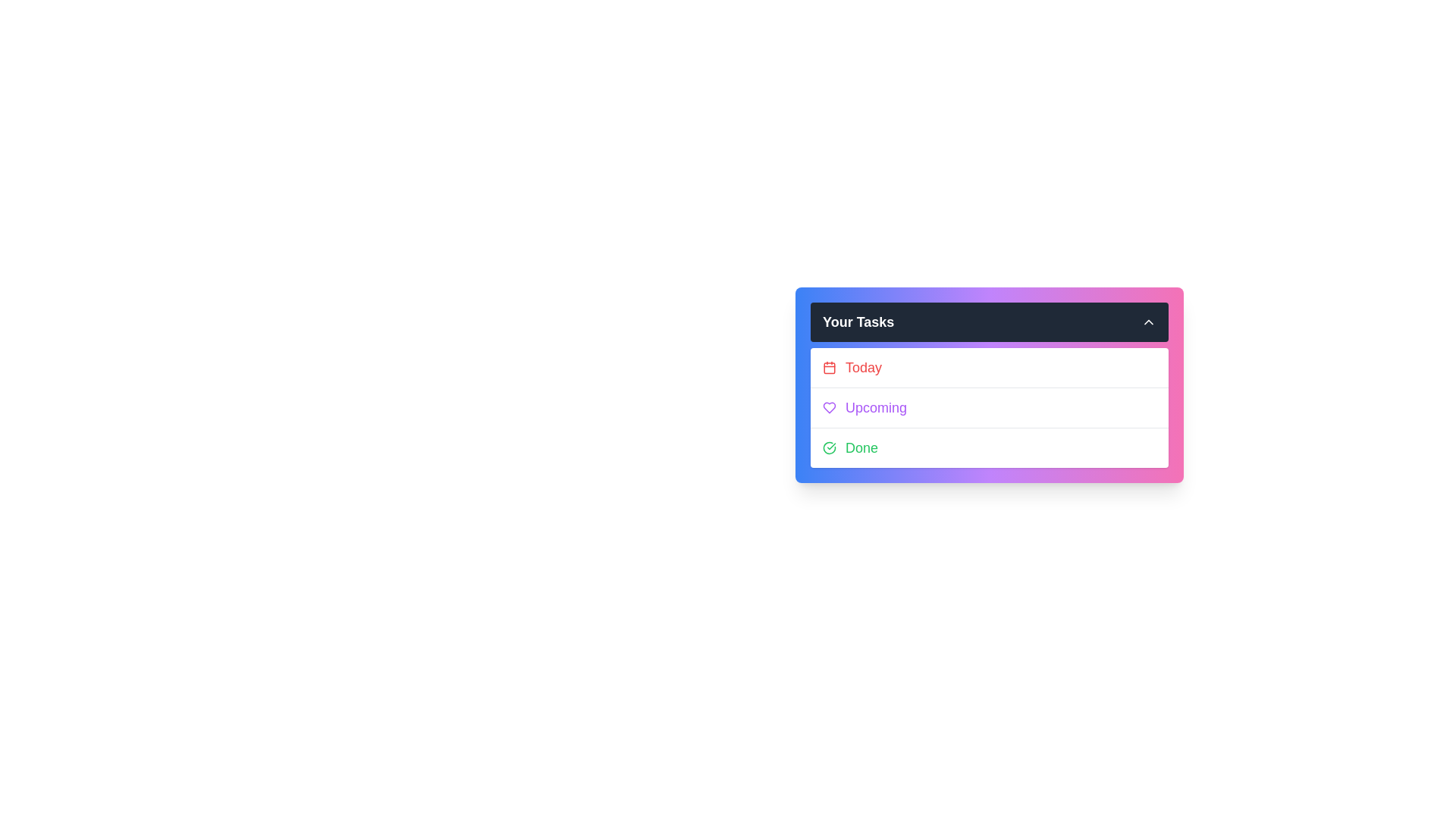 The width and height of the screenshot is (1456, 819). I want to click on the menu item labeled Today to observe the color change, so click(990, 368).